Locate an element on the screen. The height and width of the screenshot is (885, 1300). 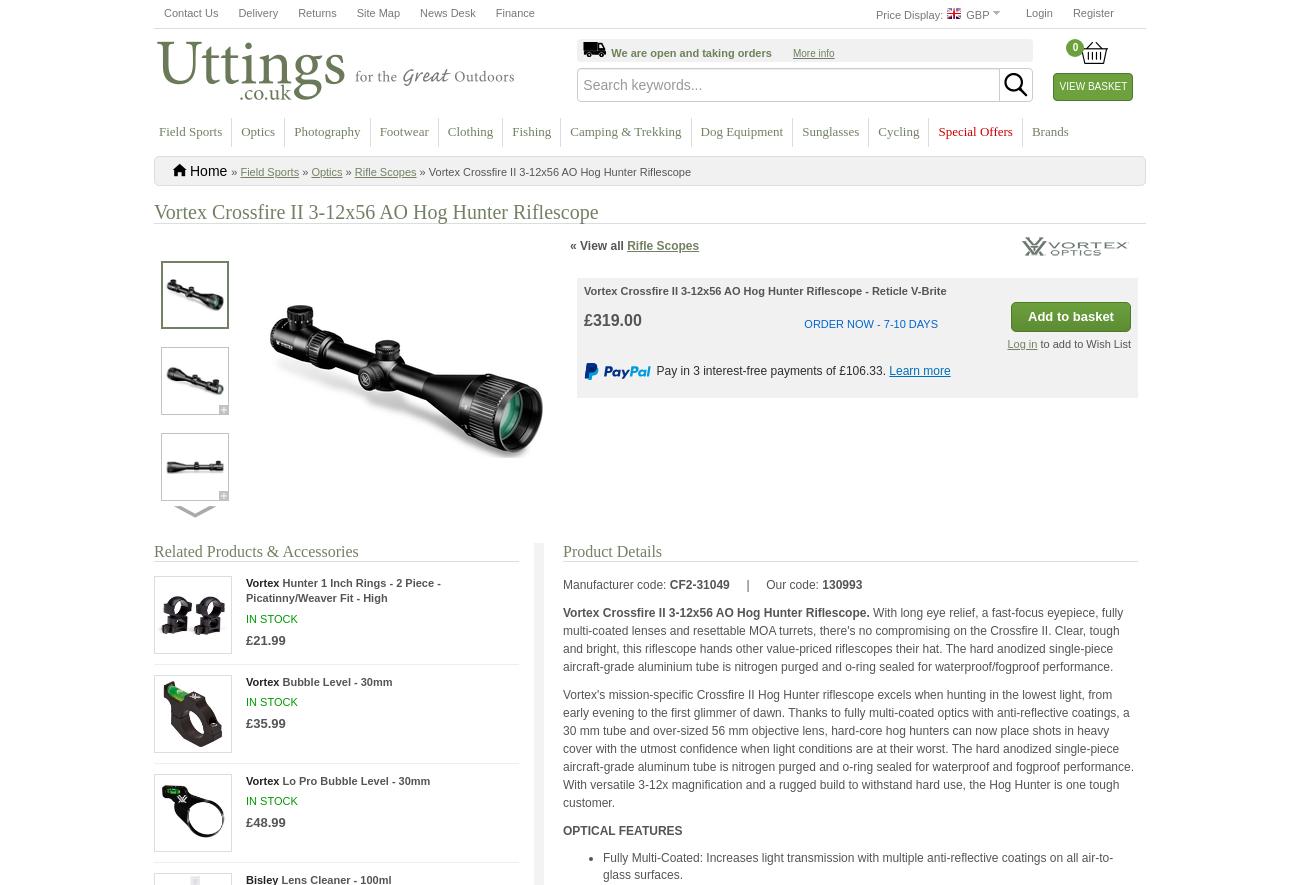
'Delivery' is located at coordinates (257, 13).